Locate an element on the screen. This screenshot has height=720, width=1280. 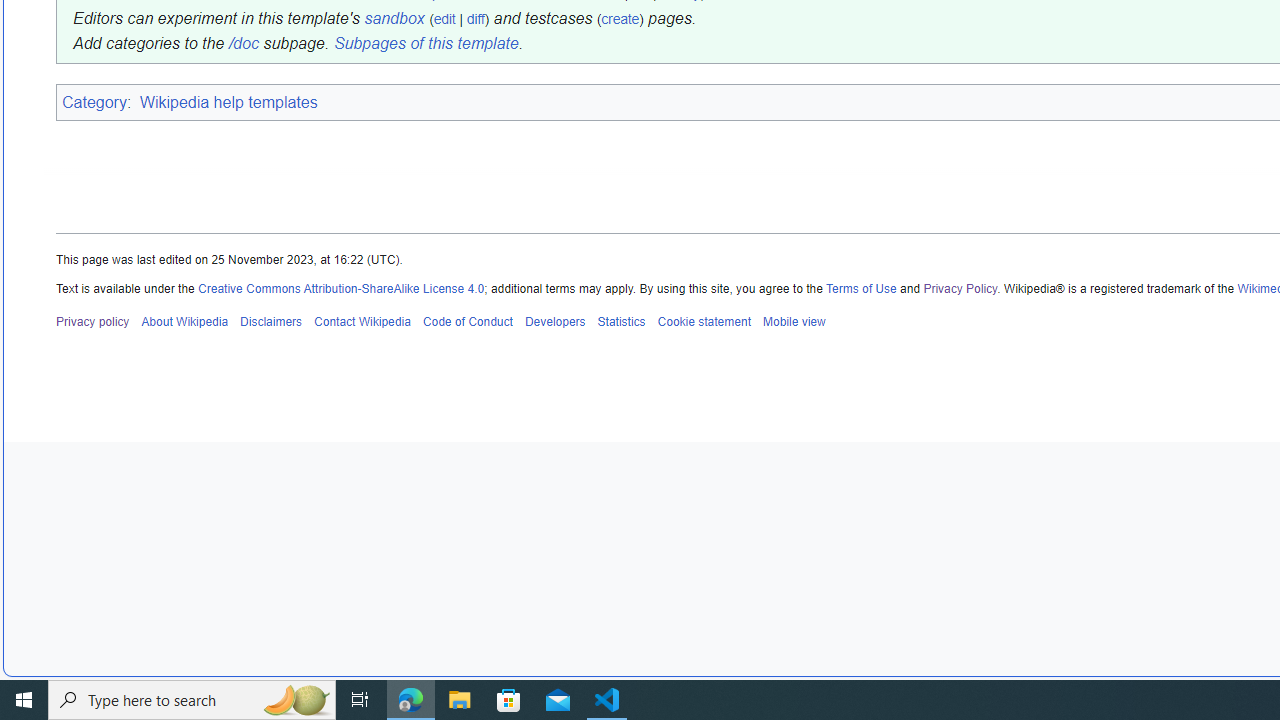
'Disclaimers' is located at coordinates (271, 320).